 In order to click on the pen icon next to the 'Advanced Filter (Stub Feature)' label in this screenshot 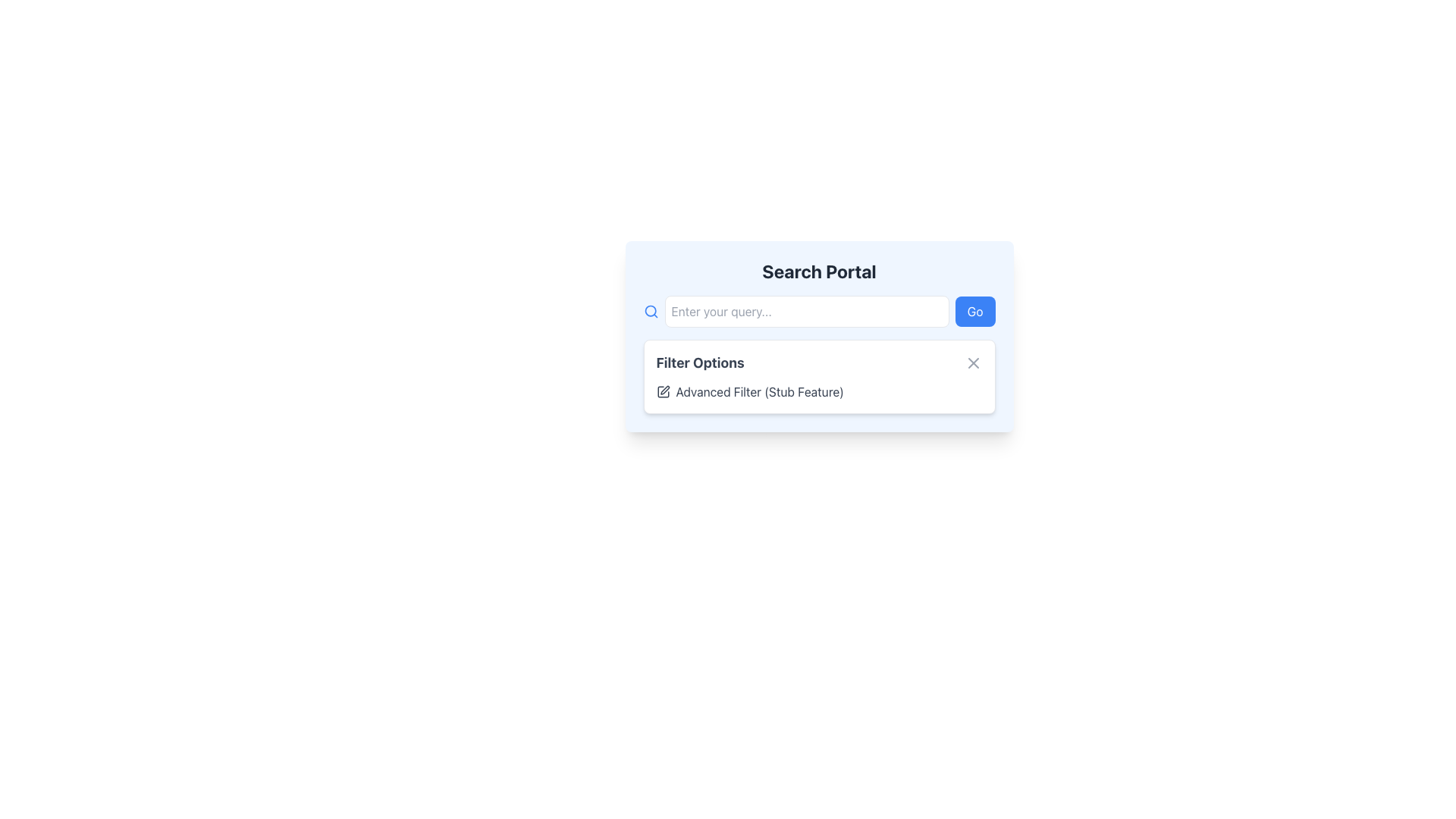, I will do `click(664, 389)`.